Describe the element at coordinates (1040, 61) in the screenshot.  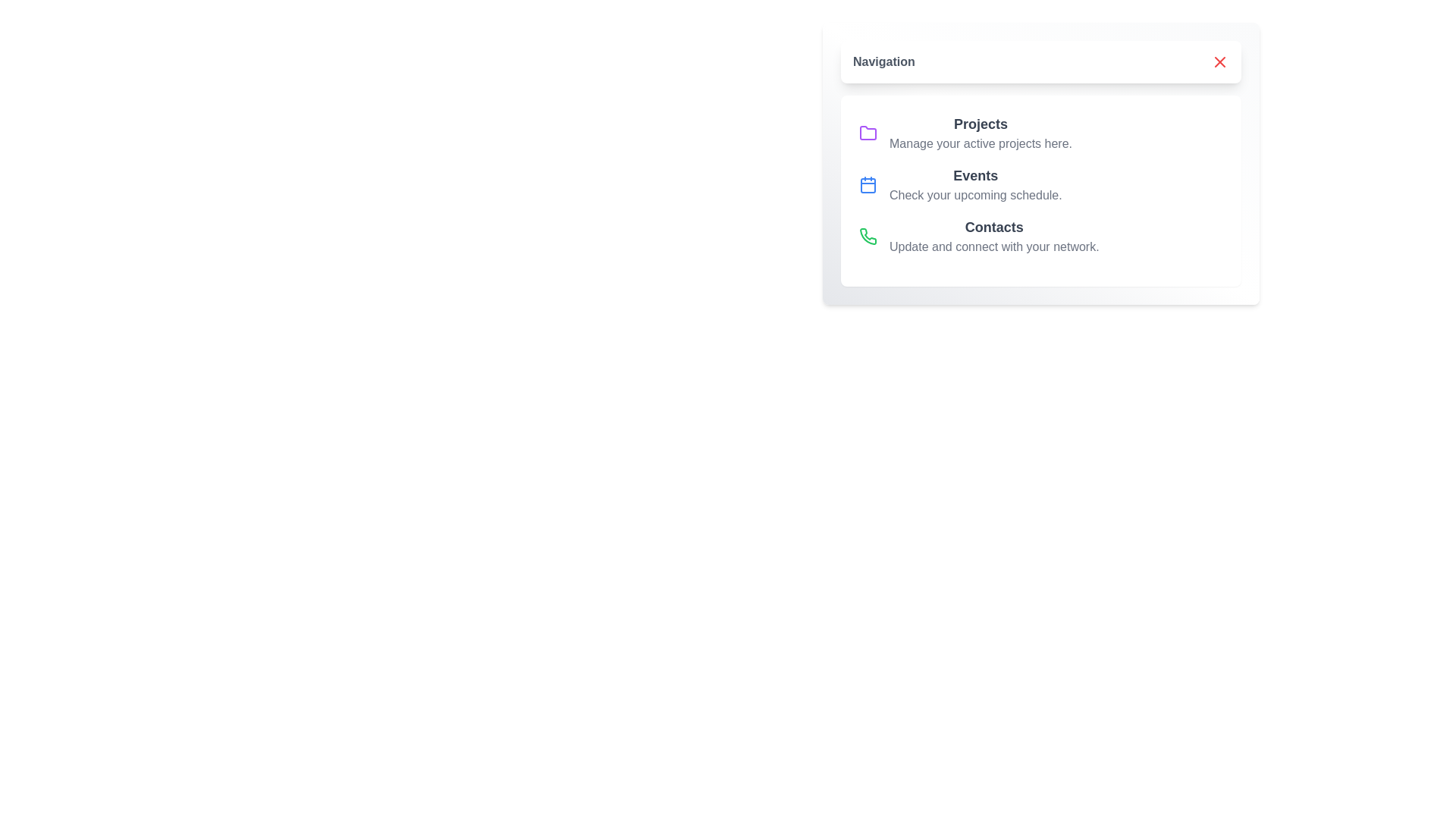
I see `the top button to toggle the menu state` at that location.